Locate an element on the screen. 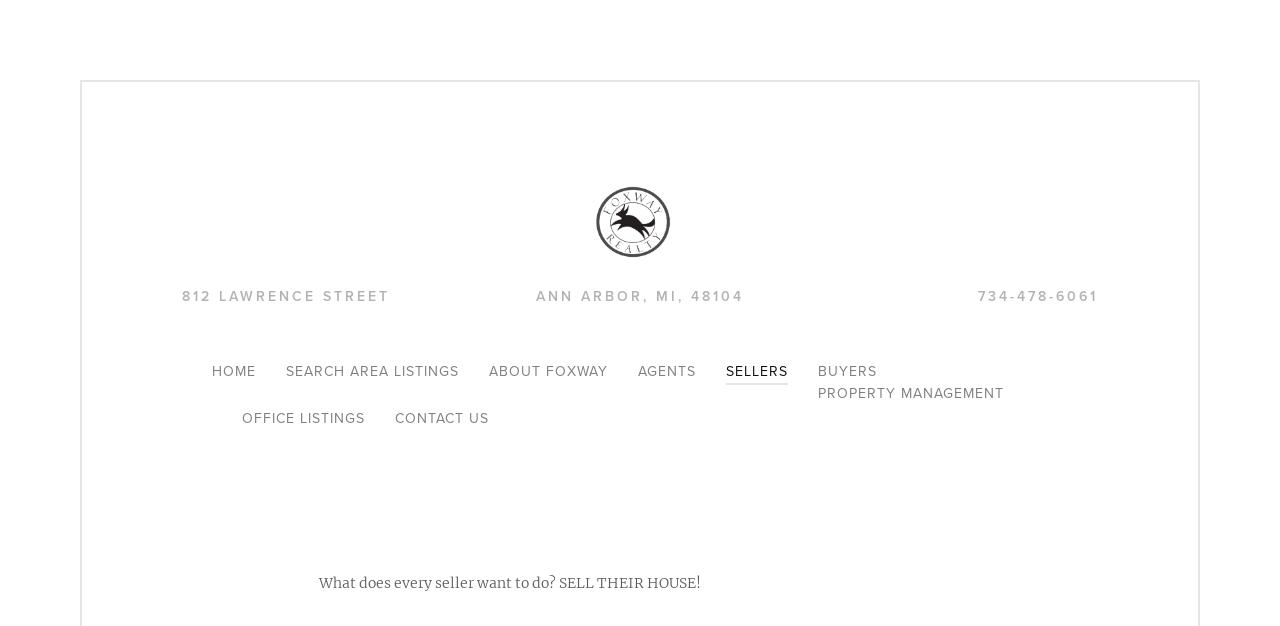 Image resolution: width=1280 pixels, height=626 pixels. 'Office Listings' is located at coordinates (241, 417).